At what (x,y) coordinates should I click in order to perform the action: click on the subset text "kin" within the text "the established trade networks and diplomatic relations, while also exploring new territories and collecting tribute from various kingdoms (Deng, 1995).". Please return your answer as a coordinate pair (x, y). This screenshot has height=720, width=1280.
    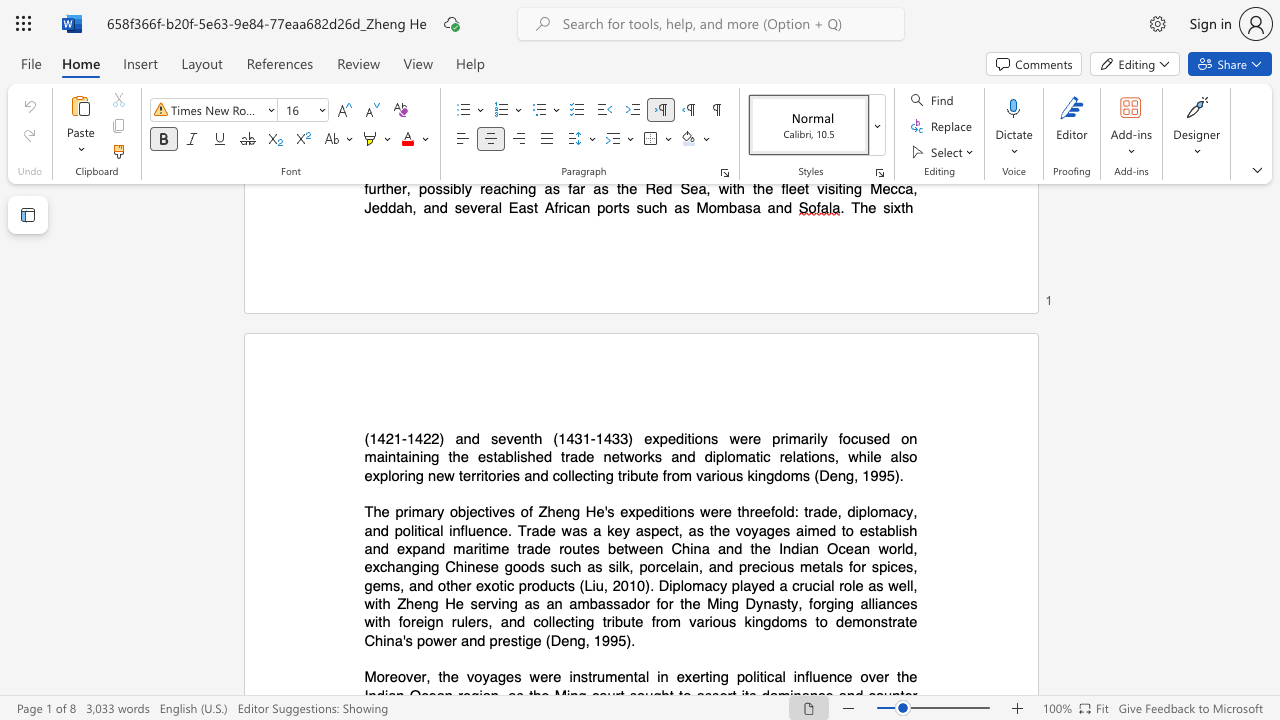
    Looking at the image, I should click on (746, 475).